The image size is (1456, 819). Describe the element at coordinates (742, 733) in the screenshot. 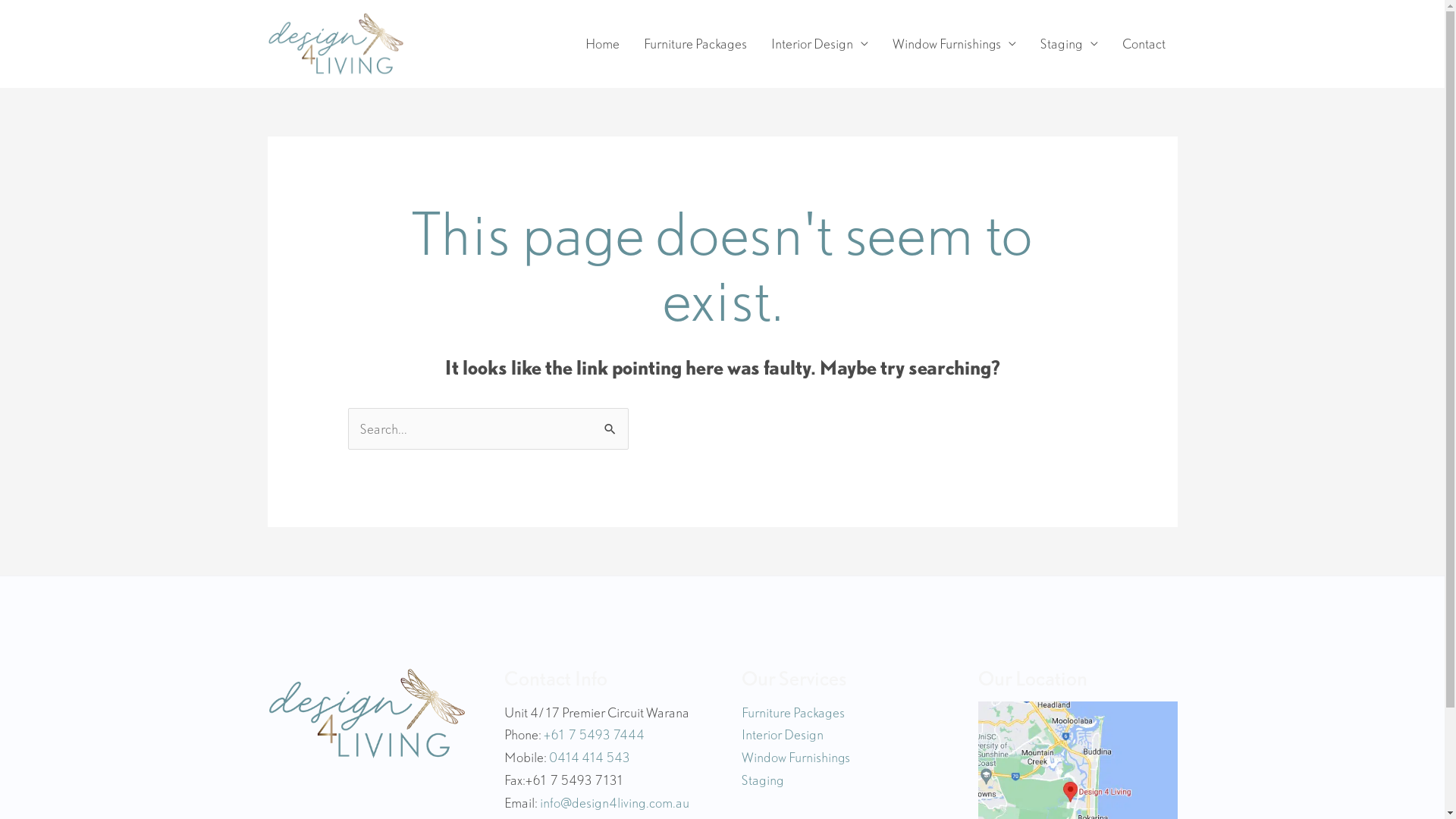

I see `'Interior Design'` at that location.